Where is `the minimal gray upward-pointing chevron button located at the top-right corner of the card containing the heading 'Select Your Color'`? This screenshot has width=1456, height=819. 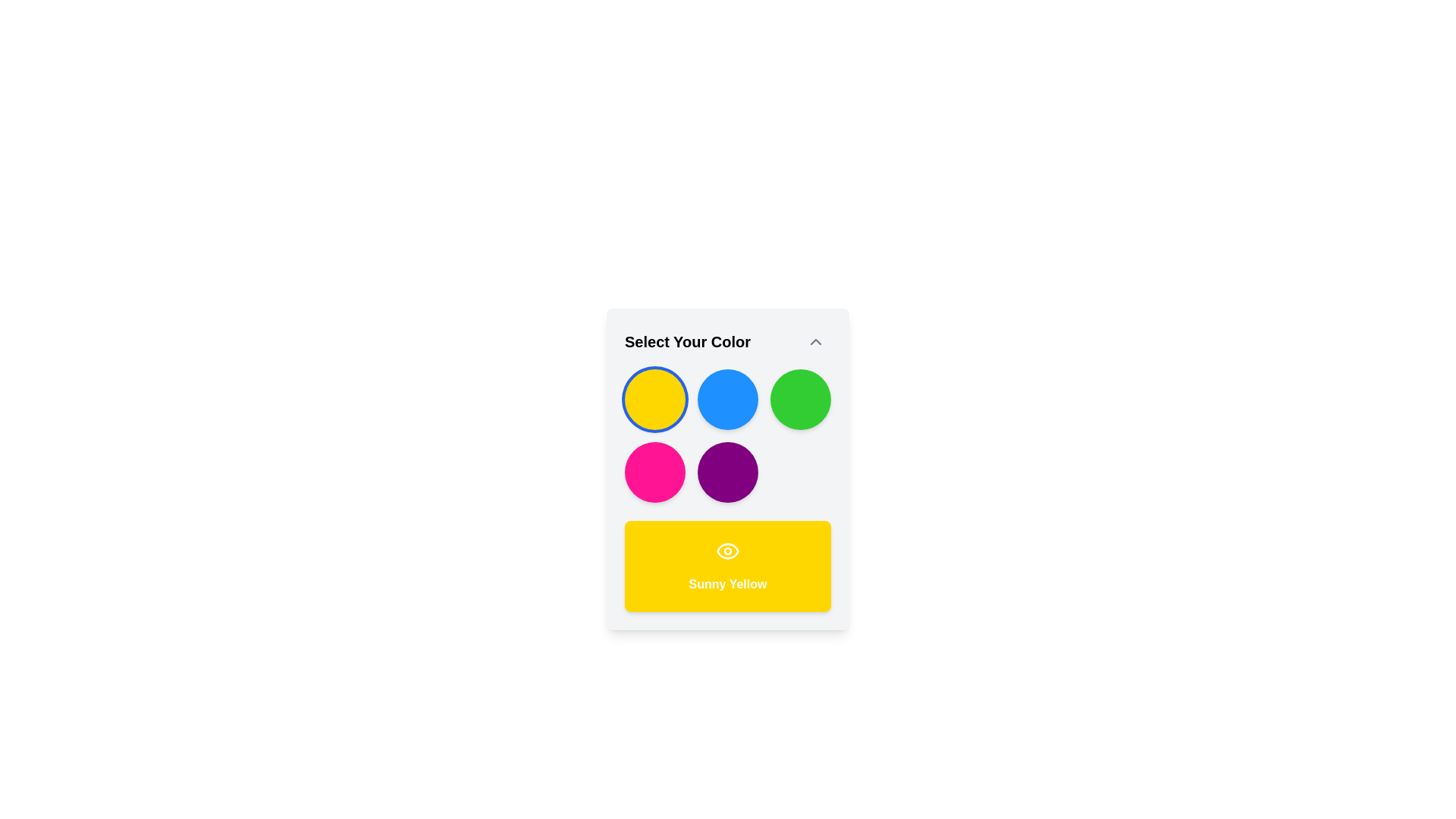 the minimal gray upward-pointing chevron button located at the top-right corner of the card containing the heading 'Select Your Color' is located at coordinates (814, 342).